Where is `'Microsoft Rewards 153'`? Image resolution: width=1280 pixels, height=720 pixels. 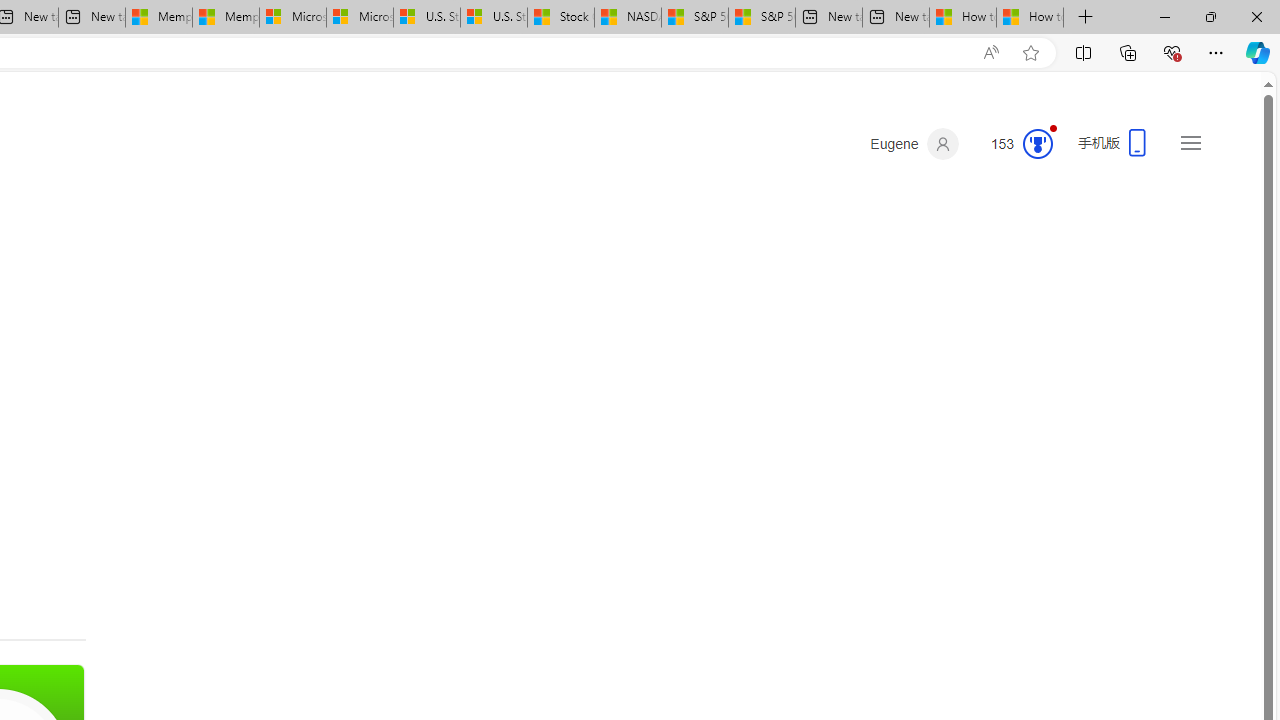 'Microsoft Rewards 153' is located at coordinates (1014, 143).